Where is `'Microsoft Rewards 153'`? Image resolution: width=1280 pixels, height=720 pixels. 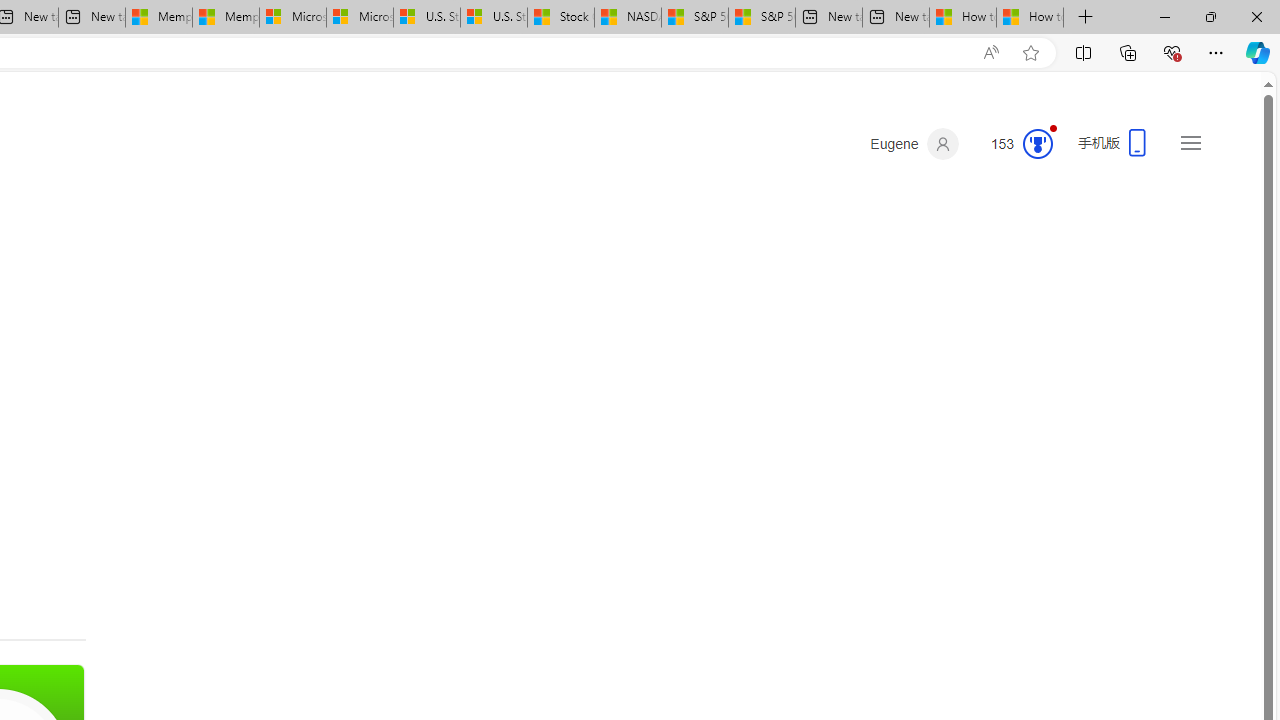 'Microsoft Rewards 153' is located at coordinates (1014, 143).